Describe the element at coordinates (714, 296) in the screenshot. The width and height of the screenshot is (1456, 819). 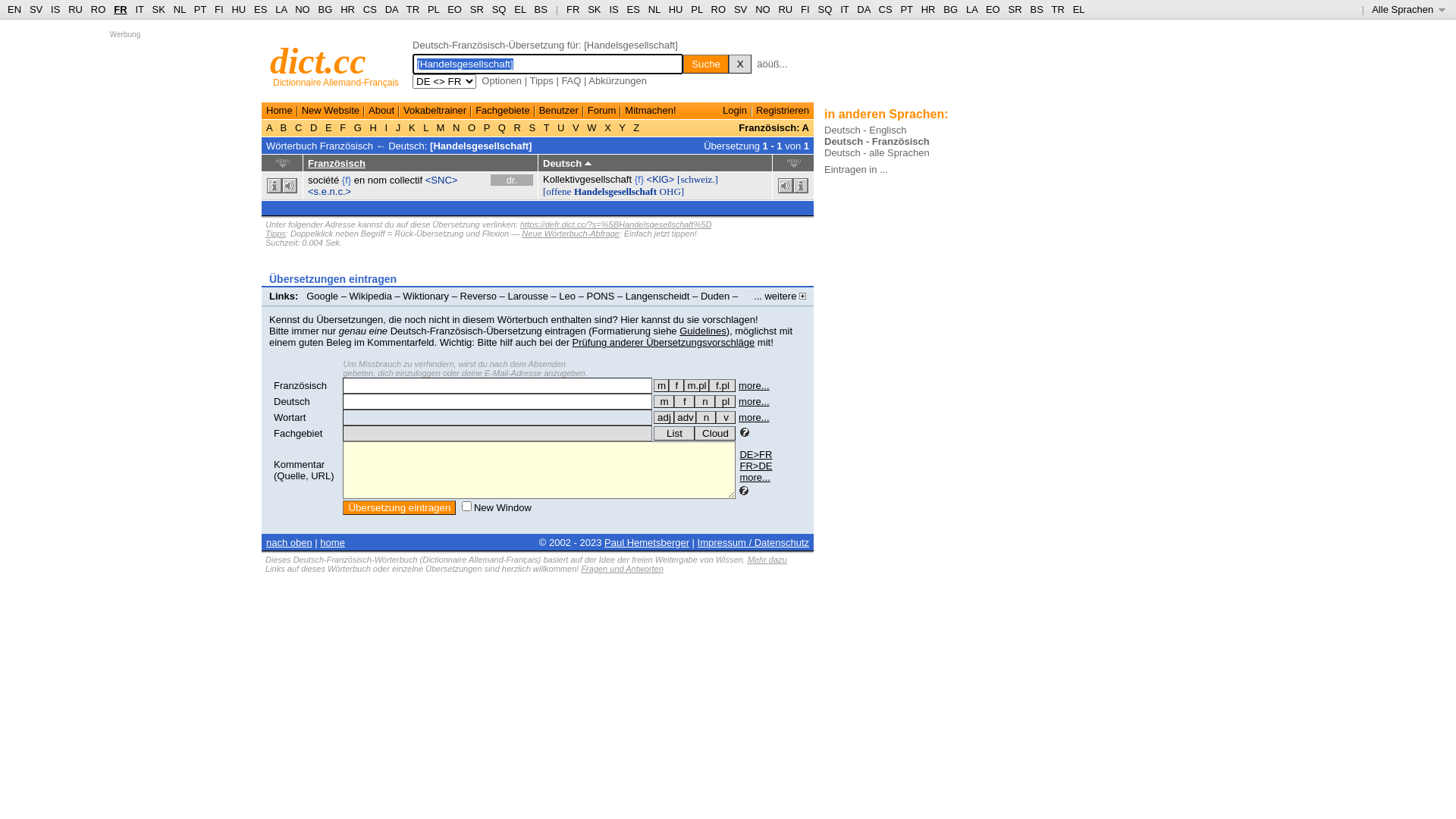
I see `'Duden'` at that location.